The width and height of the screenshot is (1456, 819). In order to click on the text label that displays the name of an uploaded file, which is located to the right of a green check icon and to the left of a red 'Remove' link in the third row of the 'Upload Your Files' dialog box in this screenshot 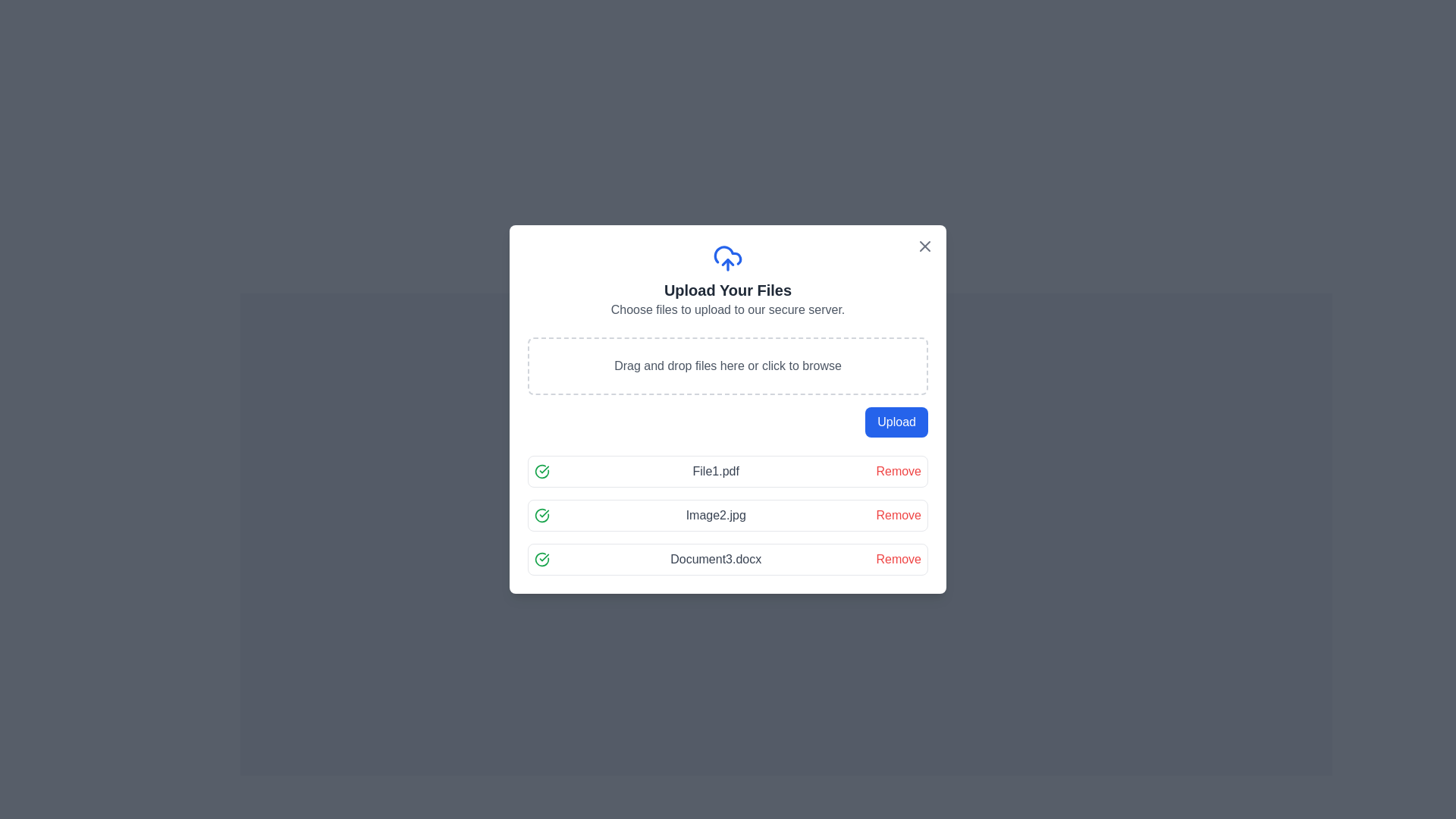, I will do `click(715, 559)`.